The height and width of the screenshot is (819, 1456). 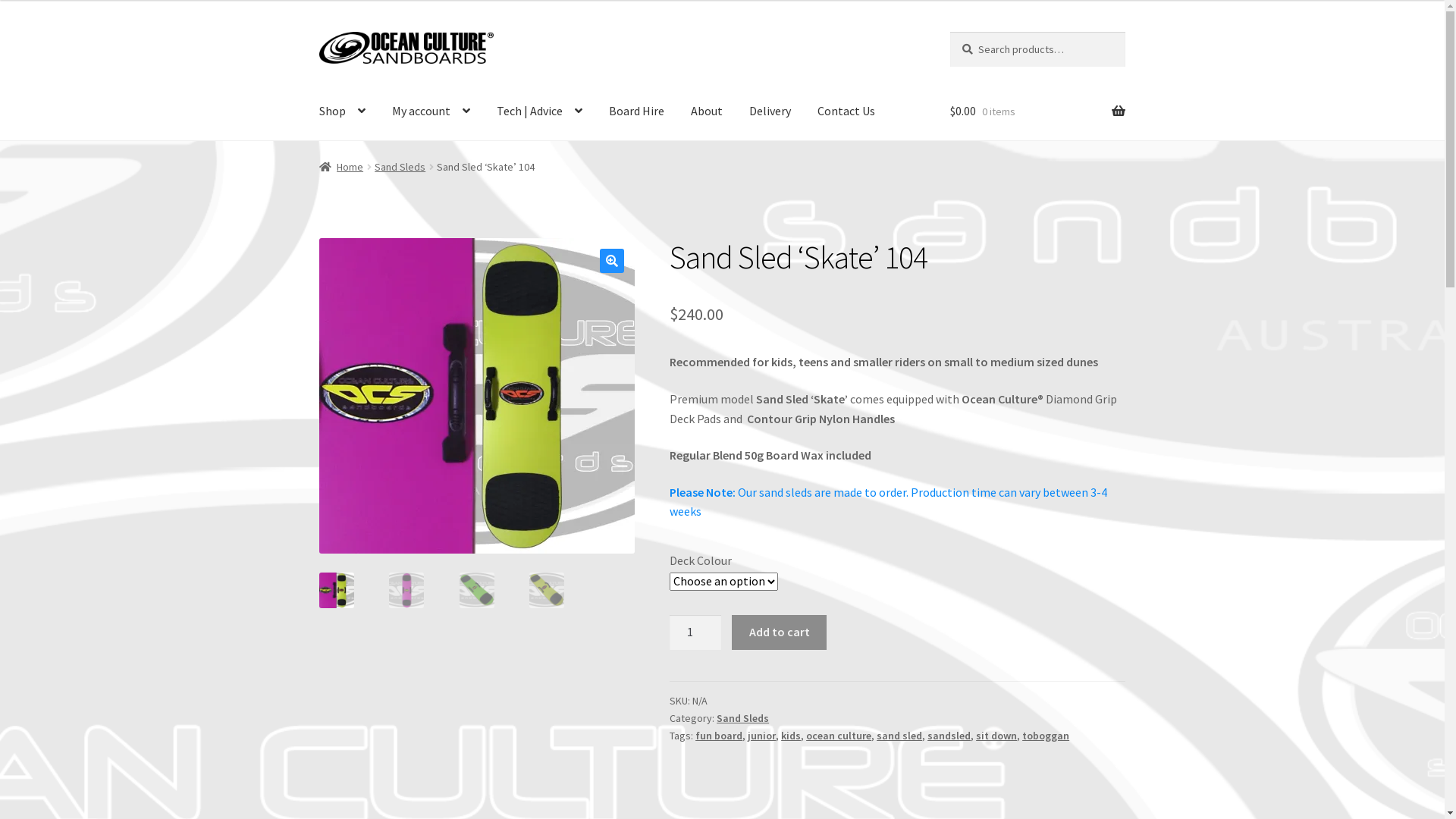 I want to click on 'Delivery', so click(x=770, y=110).